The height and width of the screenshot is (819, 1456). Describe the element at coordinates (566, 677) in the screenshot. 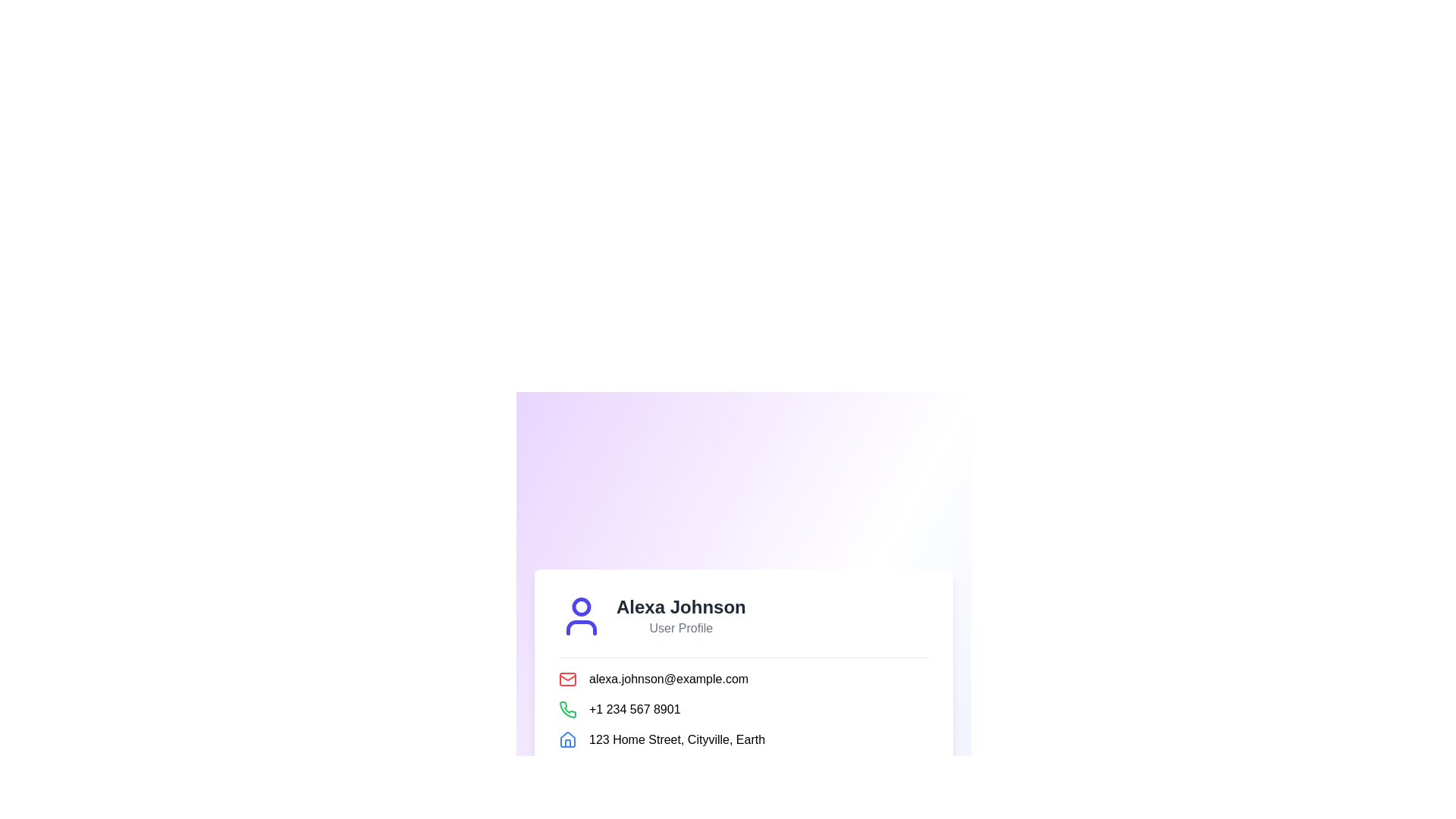

I see `the rectangular envelope icon that represents email communication in the user profile card, located to the left of the email address 'alexa.johnson@example.com'` at that location.